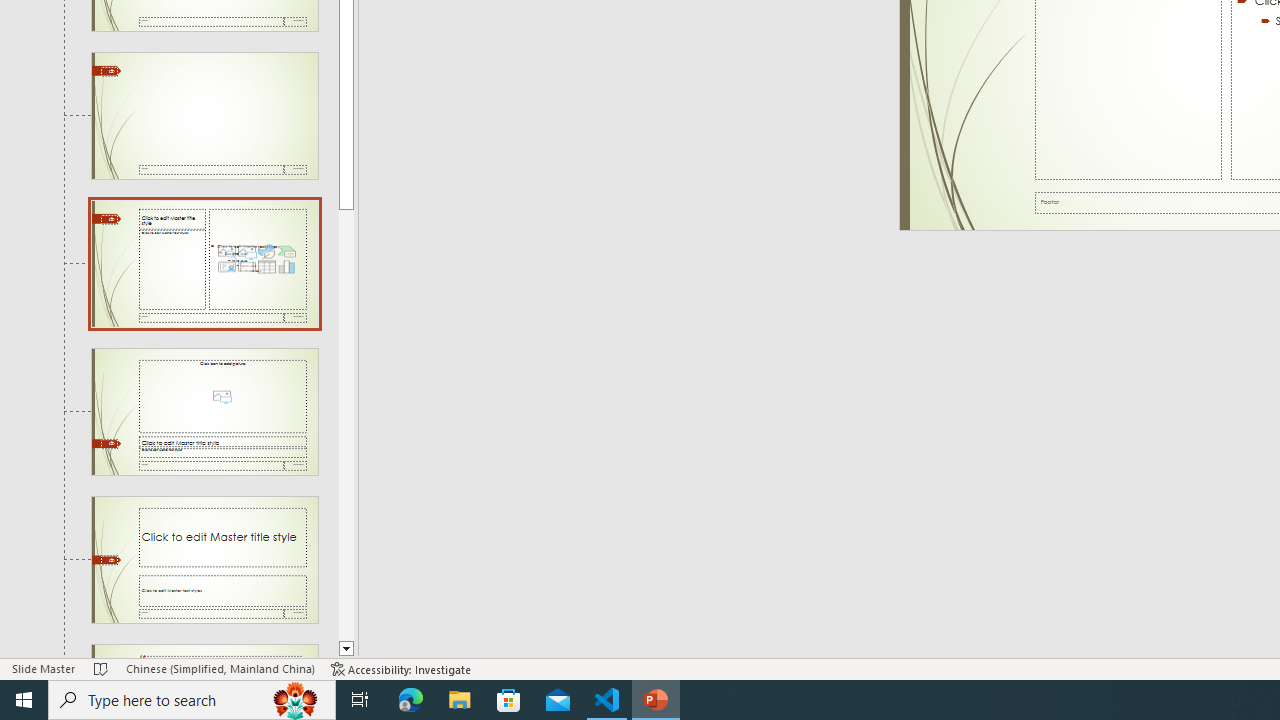 Image resolution: width=1280 pixels, height=720 pixels. What do you see at coordinates (204, 411) in the screenshot?
I see `'Slide Picture with Caption Layout: used by no slides'` at bounding box center [204, 411].